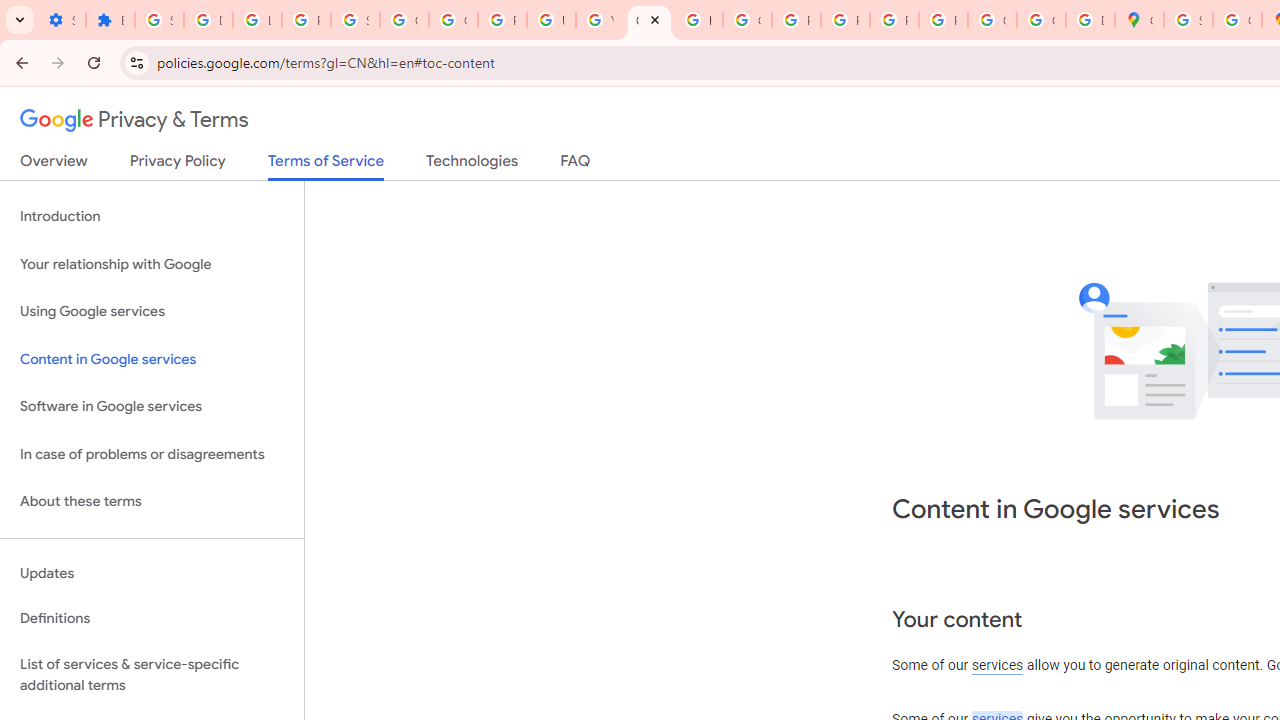 The width and height of the screenshot is (1280, 720). Describe the element at coordinates (326, 165) in the screenshot. I see `'Terms of Service'` at that location.